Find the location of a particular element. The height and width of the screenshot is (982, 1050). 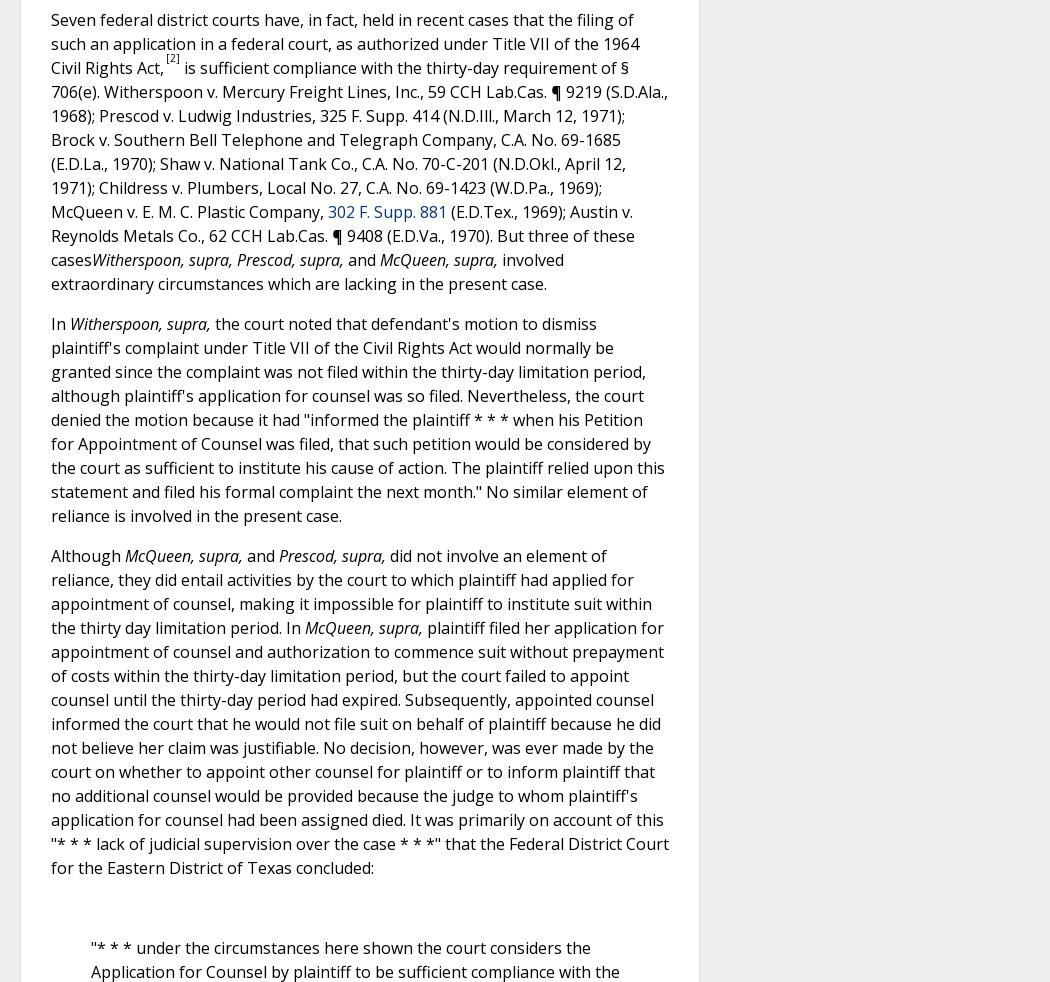

'302 F. Supp. 881' is located at coordinates (387, 210).